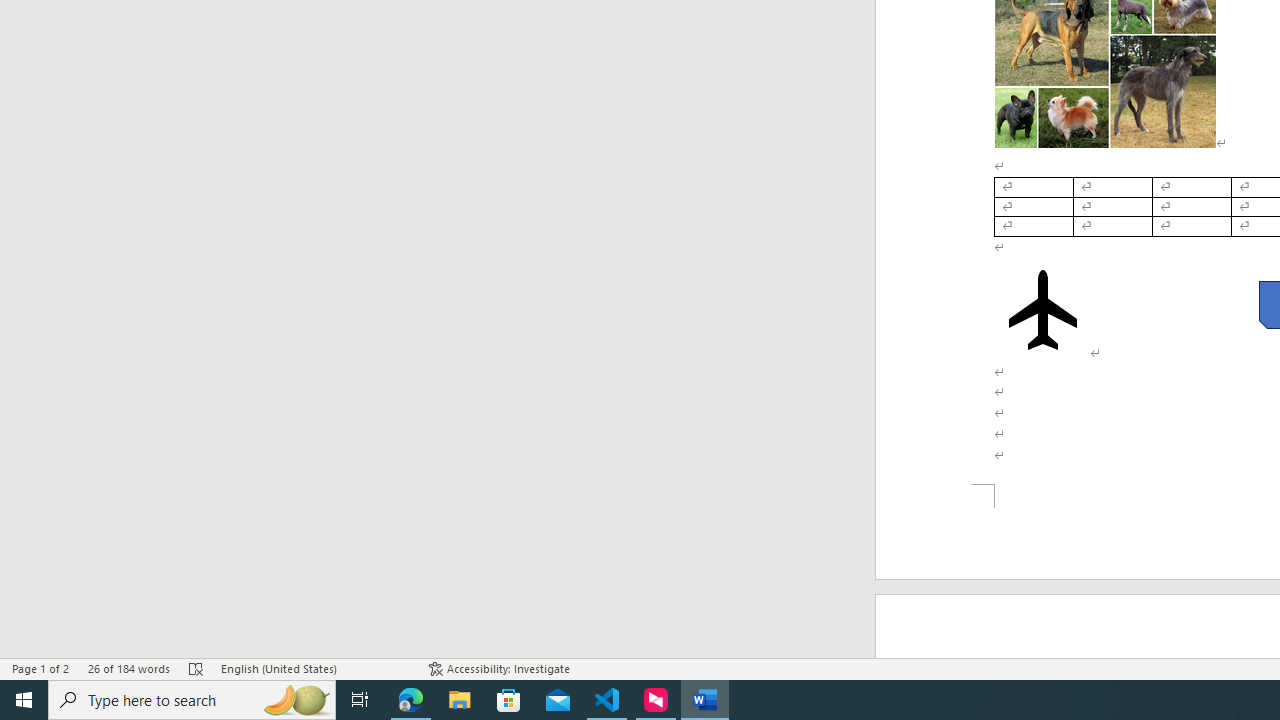  I want to click on 'Accessibility Checker Accessibility: Investigate', so click(499, 669).